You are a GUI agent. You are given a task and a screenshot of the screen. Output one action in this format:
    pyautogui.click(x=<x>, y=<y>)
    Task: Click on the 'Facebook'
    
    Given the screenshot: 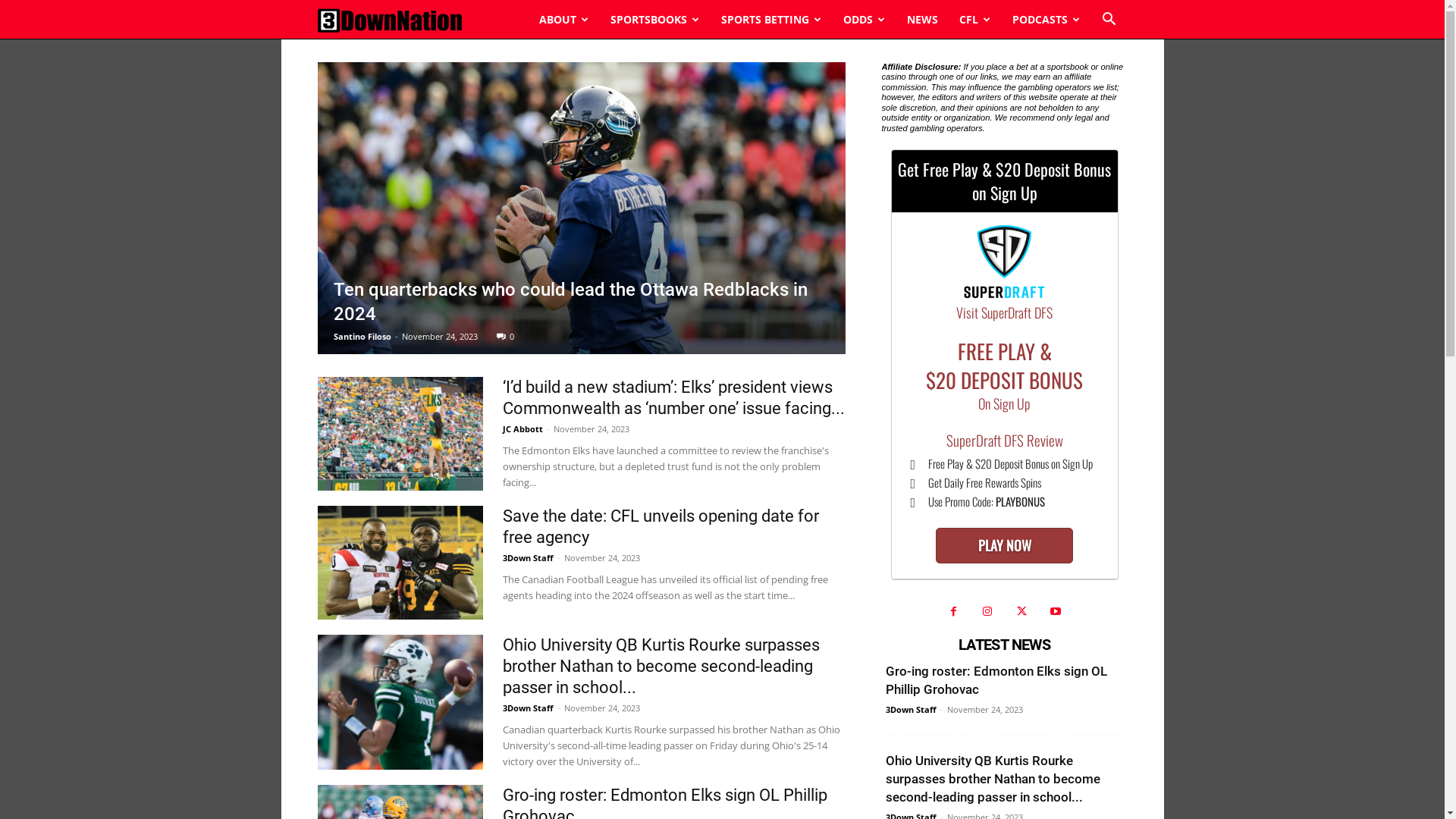 What is the action you would take?
    pyautogui.click(x=952, y=611)
    